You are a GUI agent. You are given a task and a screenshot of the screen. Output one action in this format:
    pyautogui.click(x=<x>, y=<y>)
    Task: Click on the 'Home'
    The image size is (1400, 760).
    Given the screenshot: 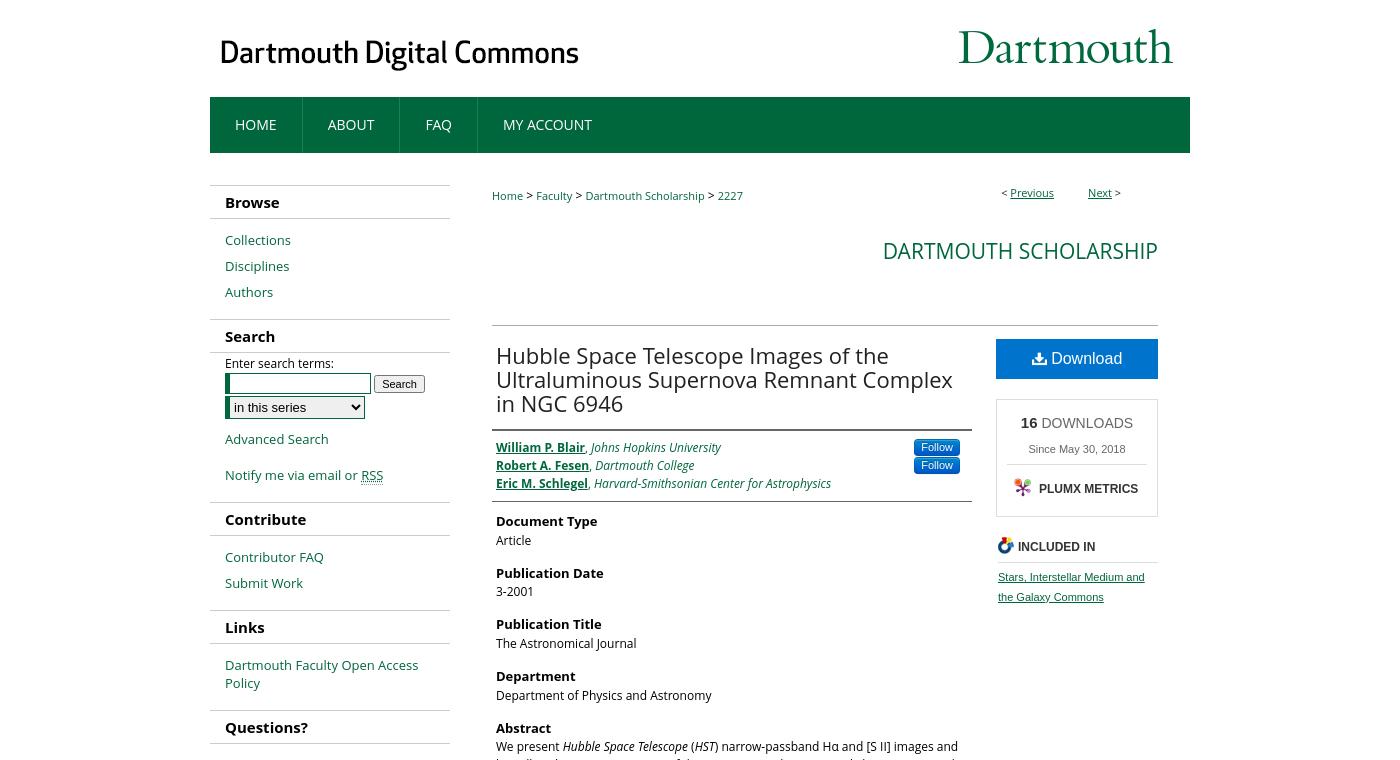 What is the action you would take?
    pyautogui.click(x=507, y=194)
    